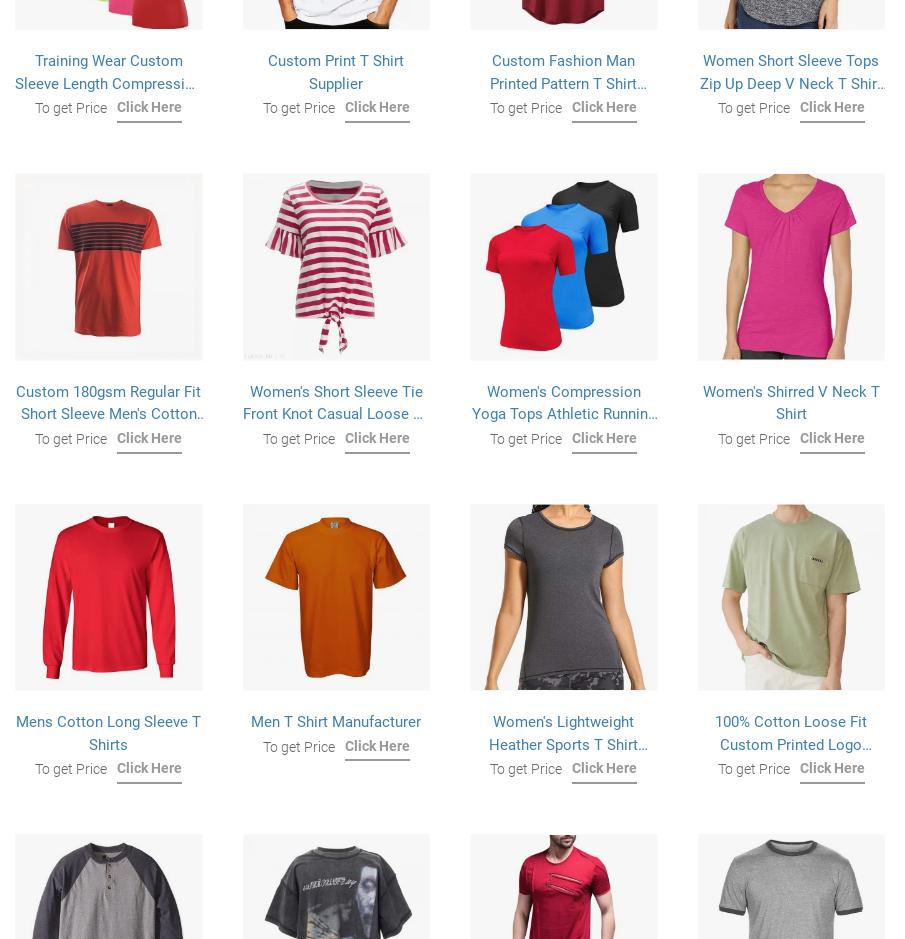  What do you see at coordinates (488, 765) in the screenshot?
I see `'Women's Lightweight Heather Sports T Shirt Activewear Running Workout Short Sleeve Shirts'` at bounding box center [488, 765].